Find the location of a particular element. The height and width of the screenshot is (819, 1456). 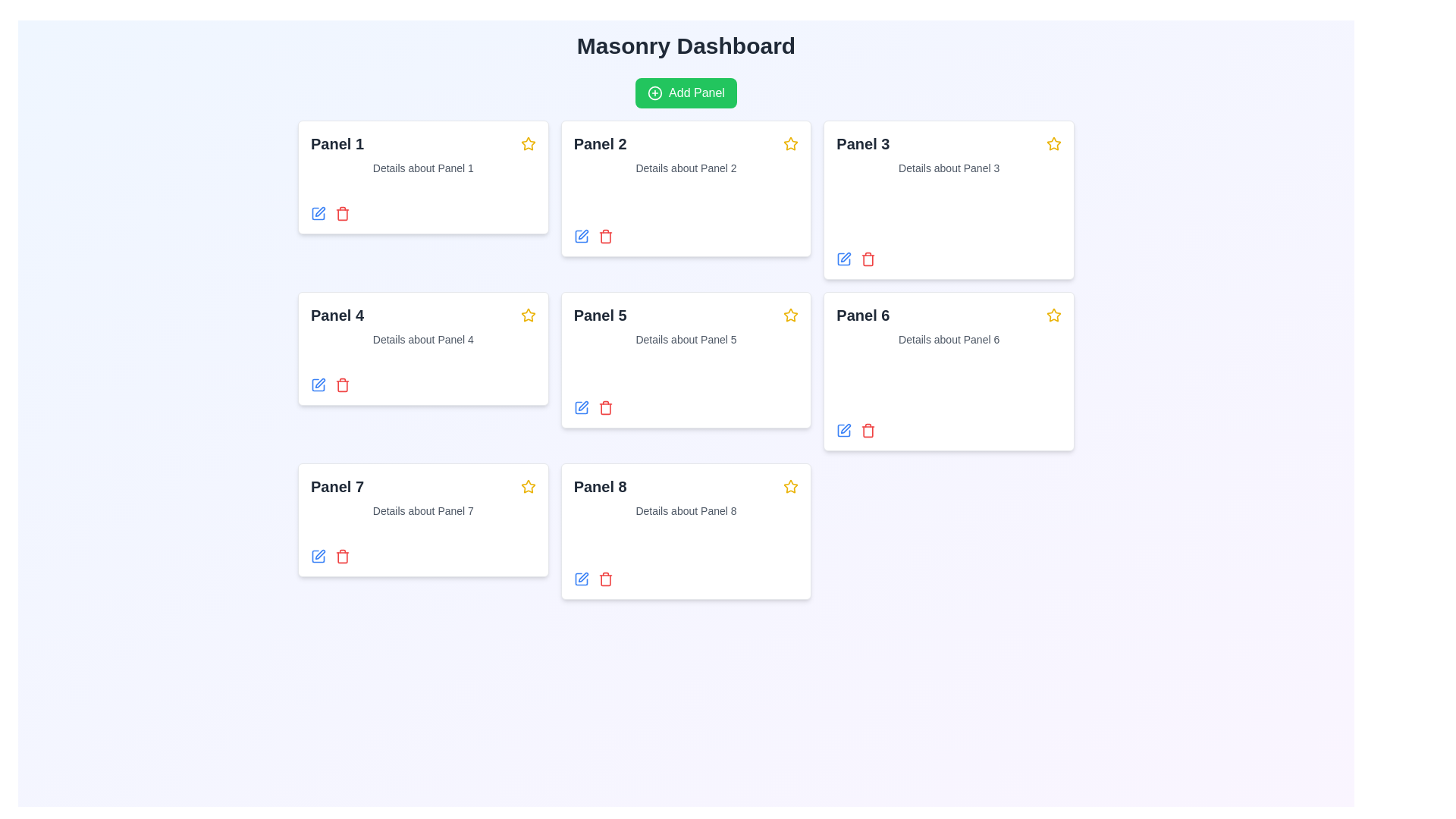

the star icon located at the top-right corner of 'Panel 7' in the third row and first column is located at coordinates (528, 486).